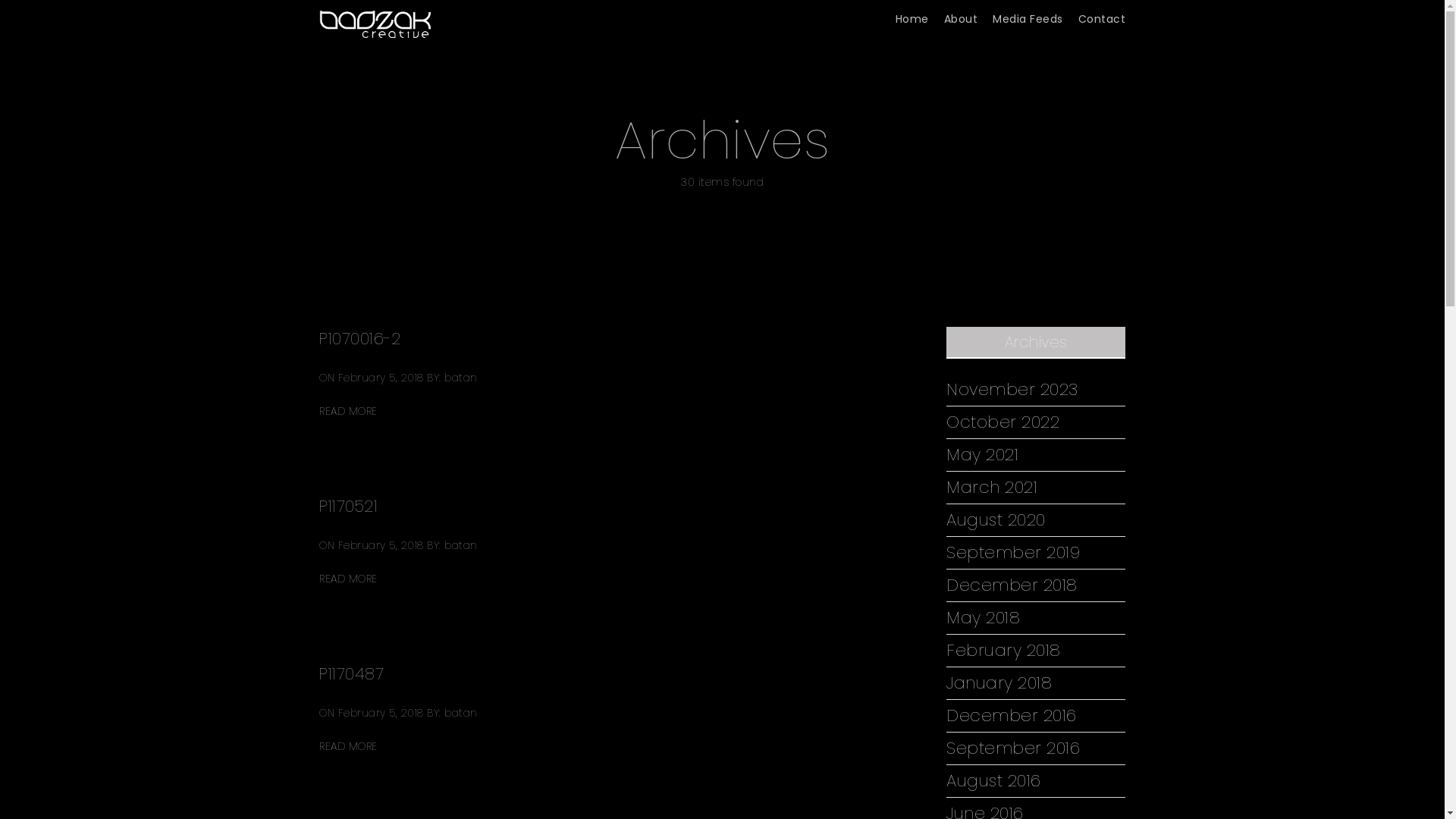 This screenshot has height=819, width=1456. I want to click on 'August 2020', so click(946, 519).